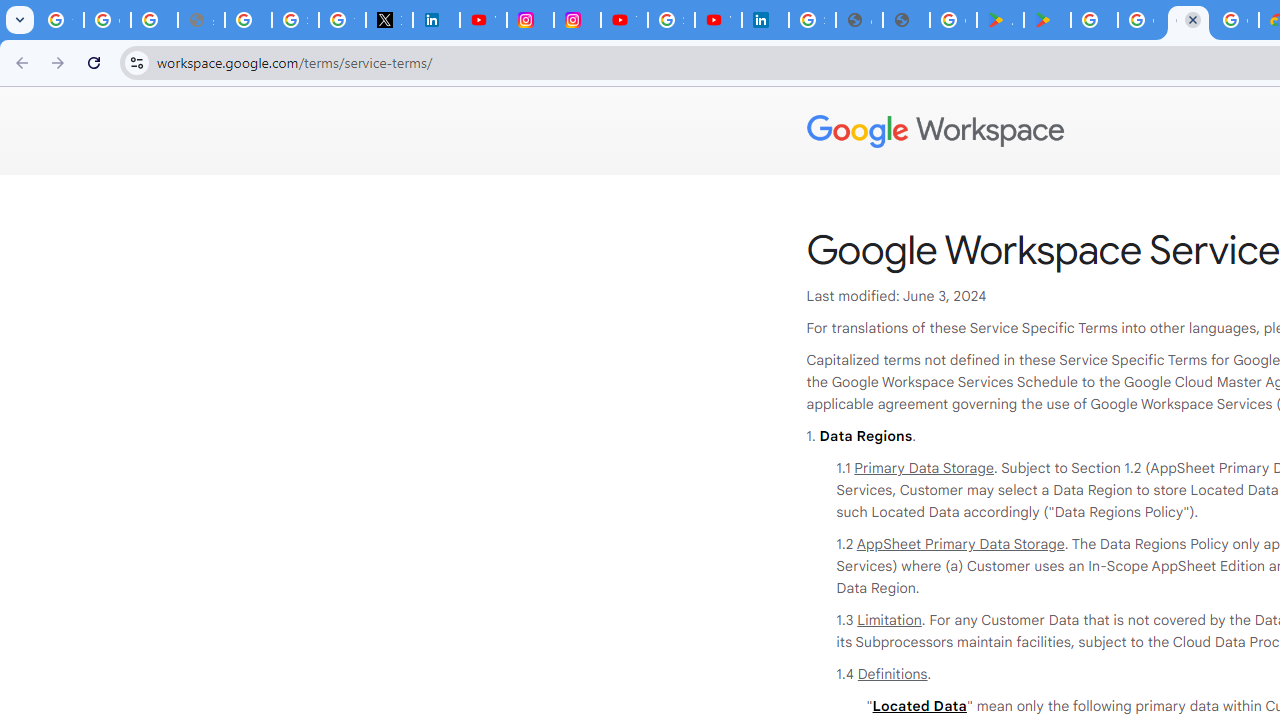 The image size is (1280, 720). I want to click on 'Google Workspace - Specific Terms', so click(1188, 20).